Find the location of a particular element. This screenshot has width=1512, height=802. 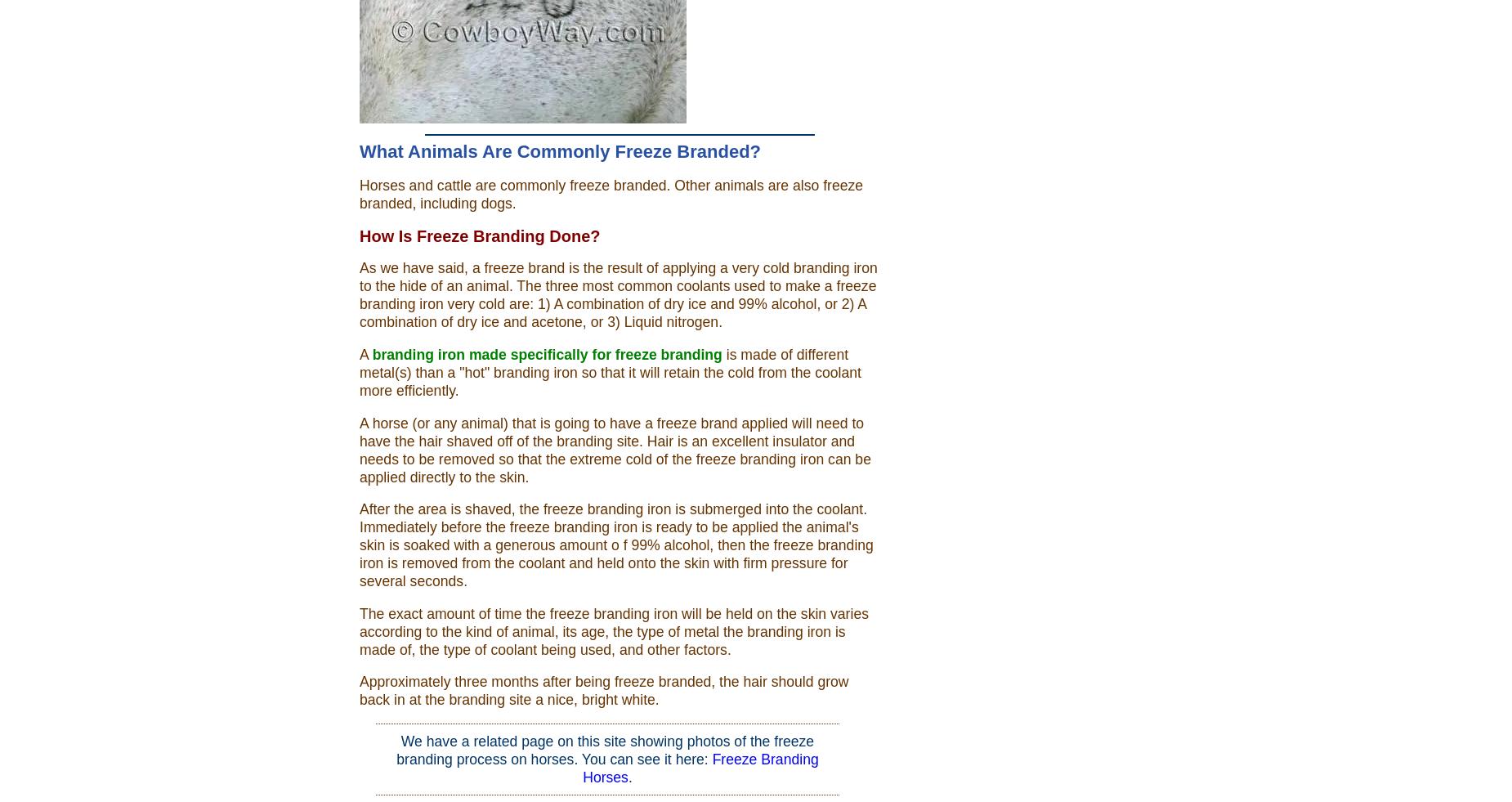

'A horse (or any animal) that is going to have a
freeze brand applied will need to have the hair shaved off of the branding
site. Hair is an excellent insulator and needs to be removed so that the extreme
cold of the freeze branding iron can be applied directly to the skin.' is located at coordinates (615, 450).